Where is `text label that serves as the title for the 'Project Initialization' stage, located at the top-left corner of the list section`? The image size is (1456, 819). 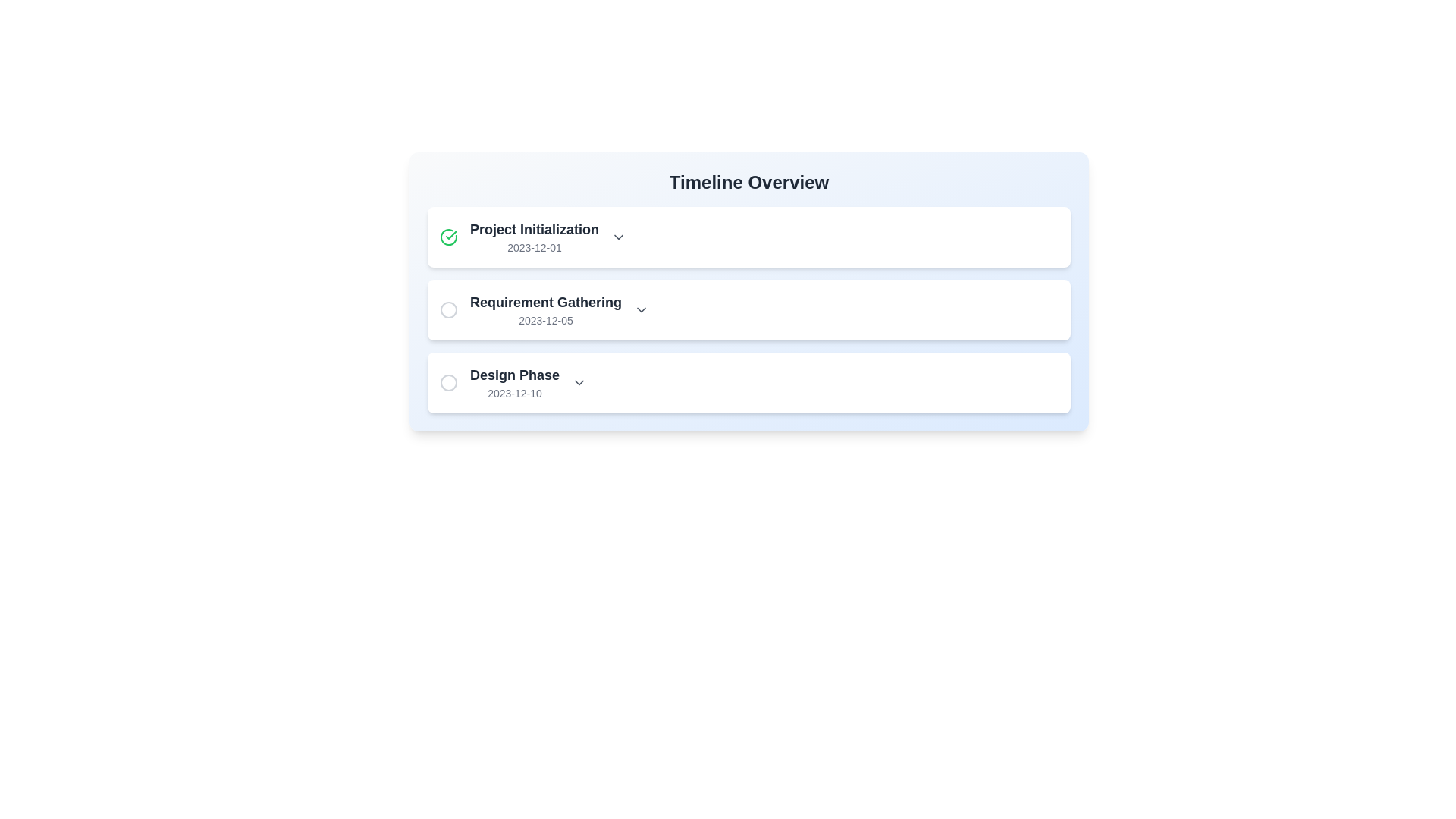
text label that serves as the title for the 'Project Initialization' stage, located at the top-left corner of the list section is located at coordinates (535, 230).